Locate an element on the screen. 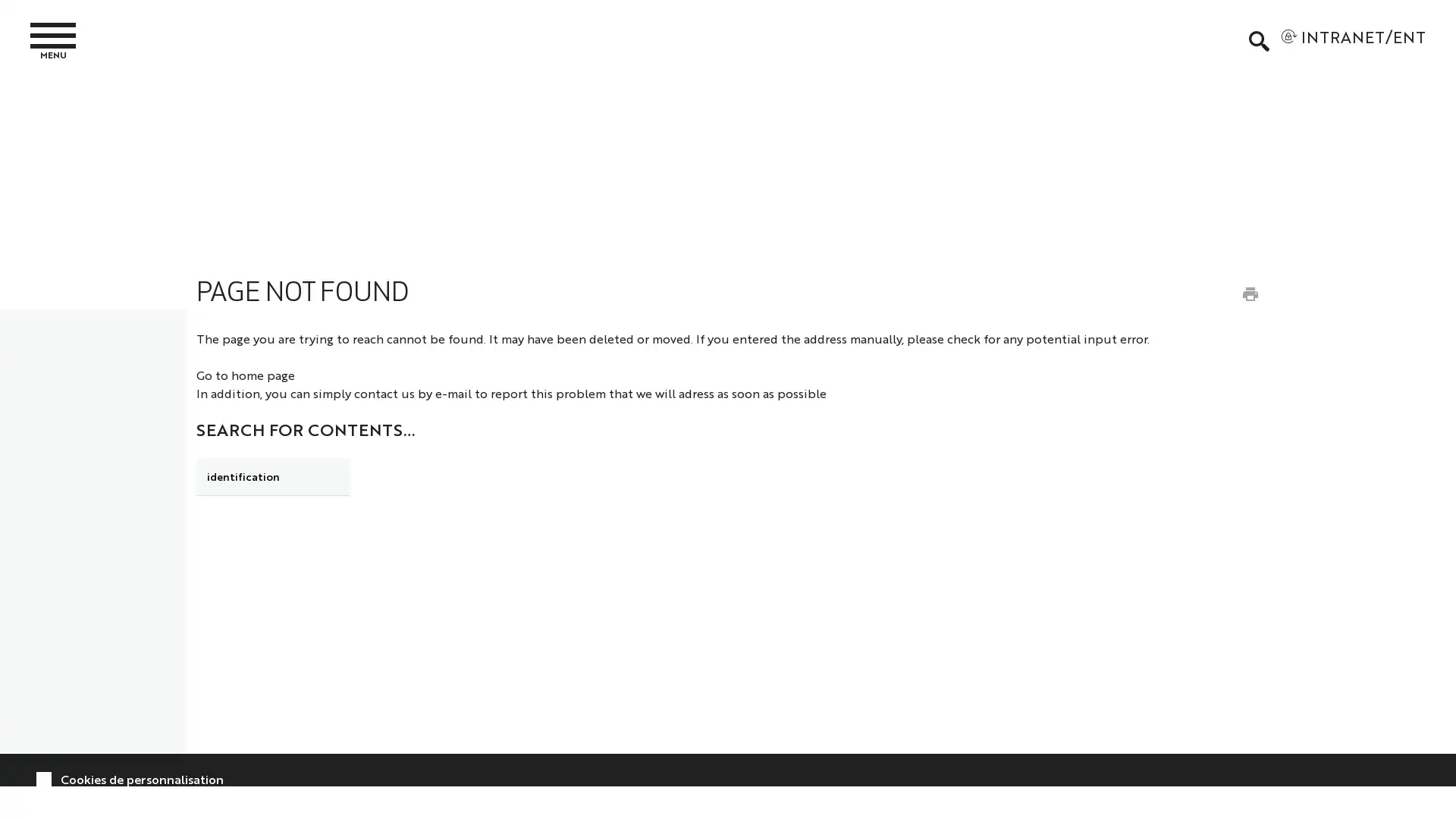 The height and width of the screenshot is (819, 1456). Print is located at coordinates (1249, 293).